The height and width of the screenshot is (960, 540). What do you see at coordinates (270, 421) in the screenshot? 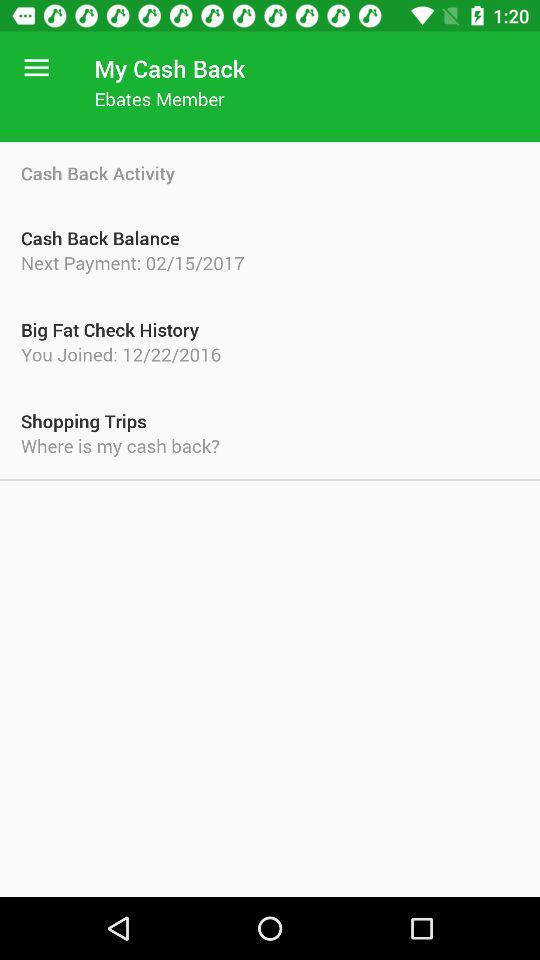
I see `shopping trips` at bounding box center [270, 421].